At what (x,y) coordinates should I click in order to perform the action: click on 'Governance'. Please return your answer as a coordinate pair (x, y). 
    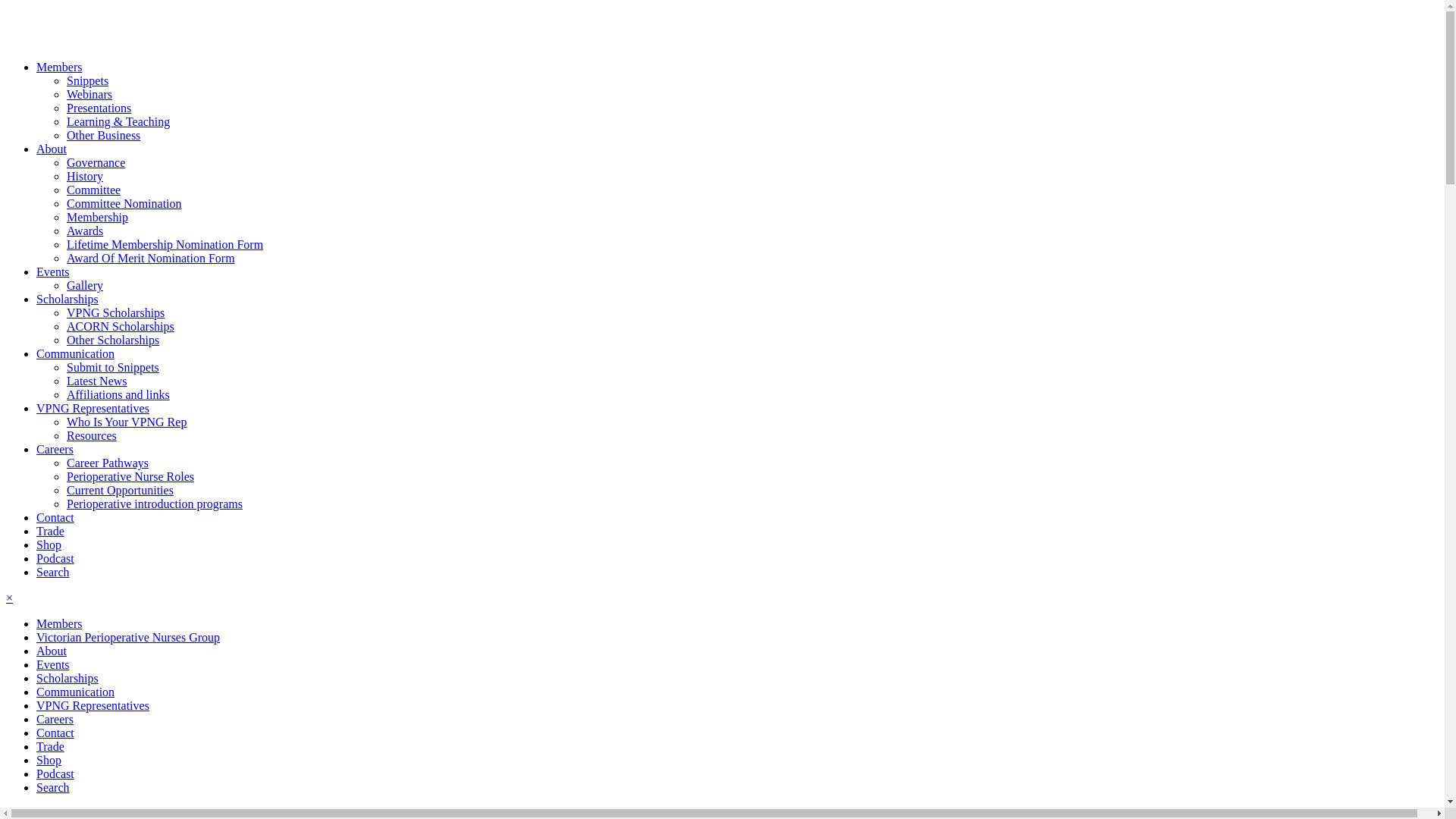
    Looking at the image, I should click on (95, 162).